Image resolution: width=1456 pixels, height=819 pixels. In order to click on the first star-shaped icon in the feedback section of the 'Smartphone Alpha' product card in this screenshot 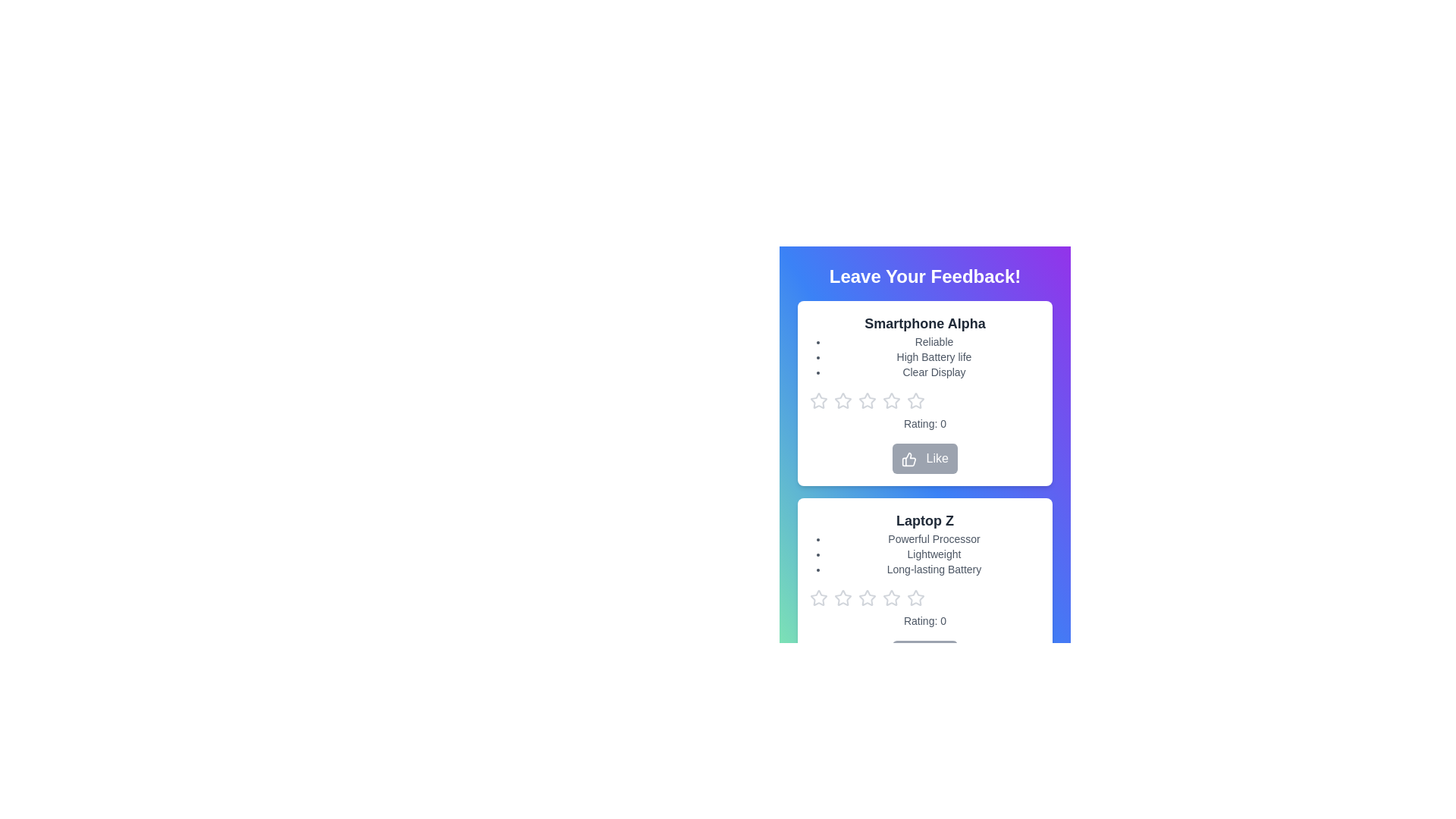, I will do `click(843, 400)`.